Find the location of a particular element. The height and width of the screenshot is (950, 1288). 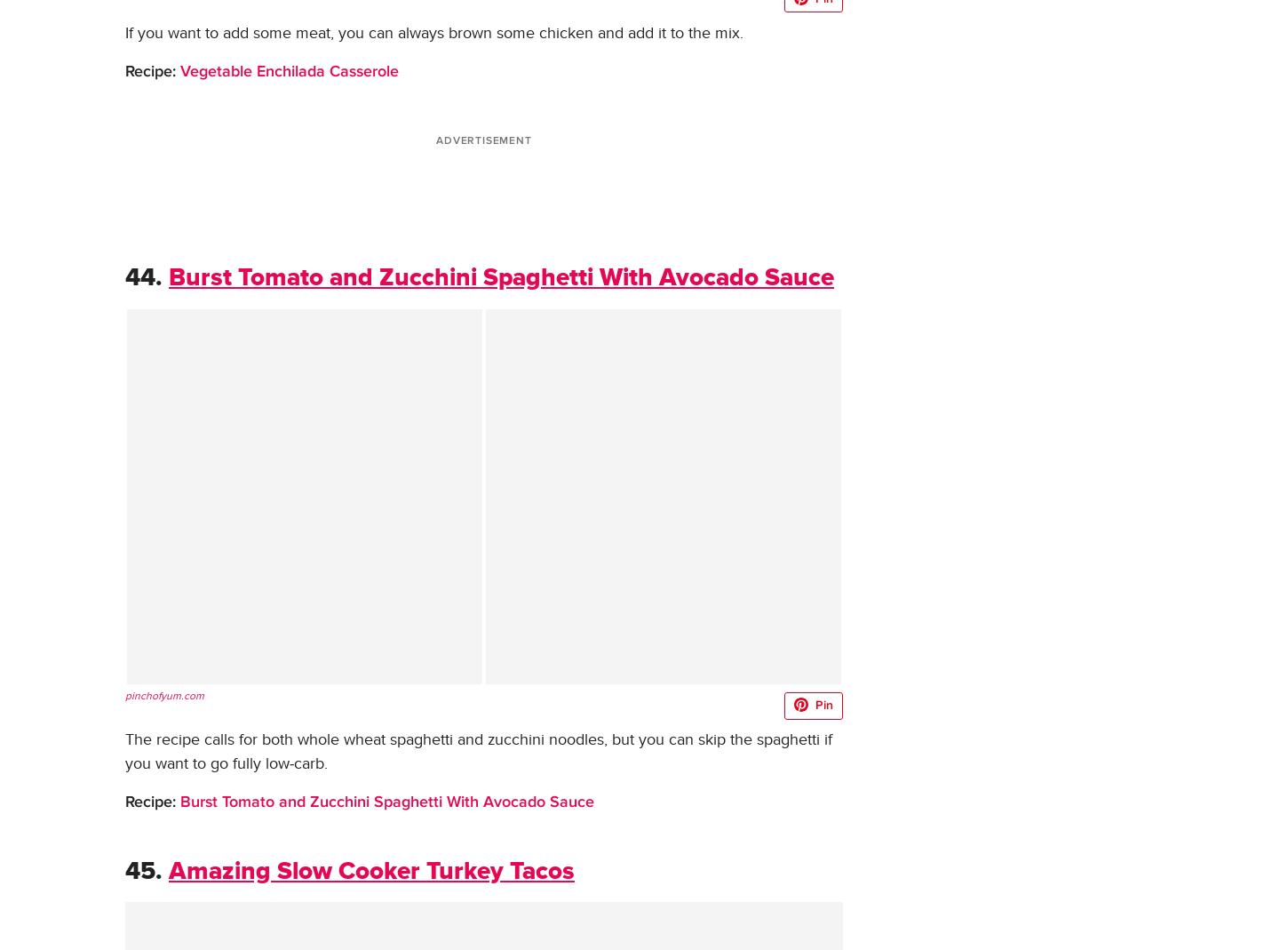

'pinchofyum.com' is located at coordinates (163, 694).